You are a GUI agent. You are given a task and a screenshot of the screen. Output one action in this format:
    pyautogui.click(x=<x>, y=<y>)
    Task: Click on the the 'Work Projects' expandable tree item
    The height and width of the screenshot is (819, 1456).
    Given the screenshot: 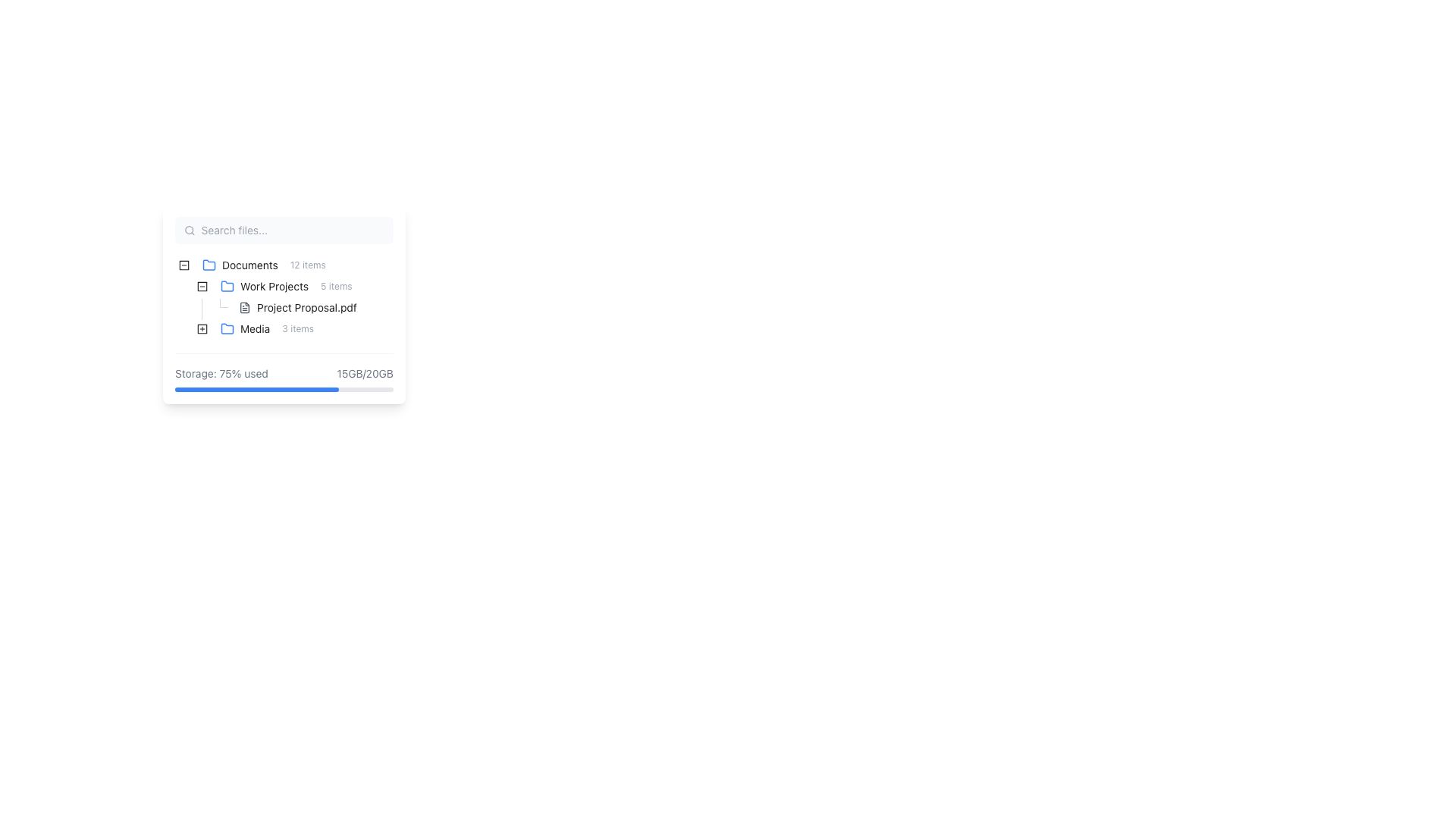 What is the action you would take?
    pyautogui.click(x=266, y=287)
    